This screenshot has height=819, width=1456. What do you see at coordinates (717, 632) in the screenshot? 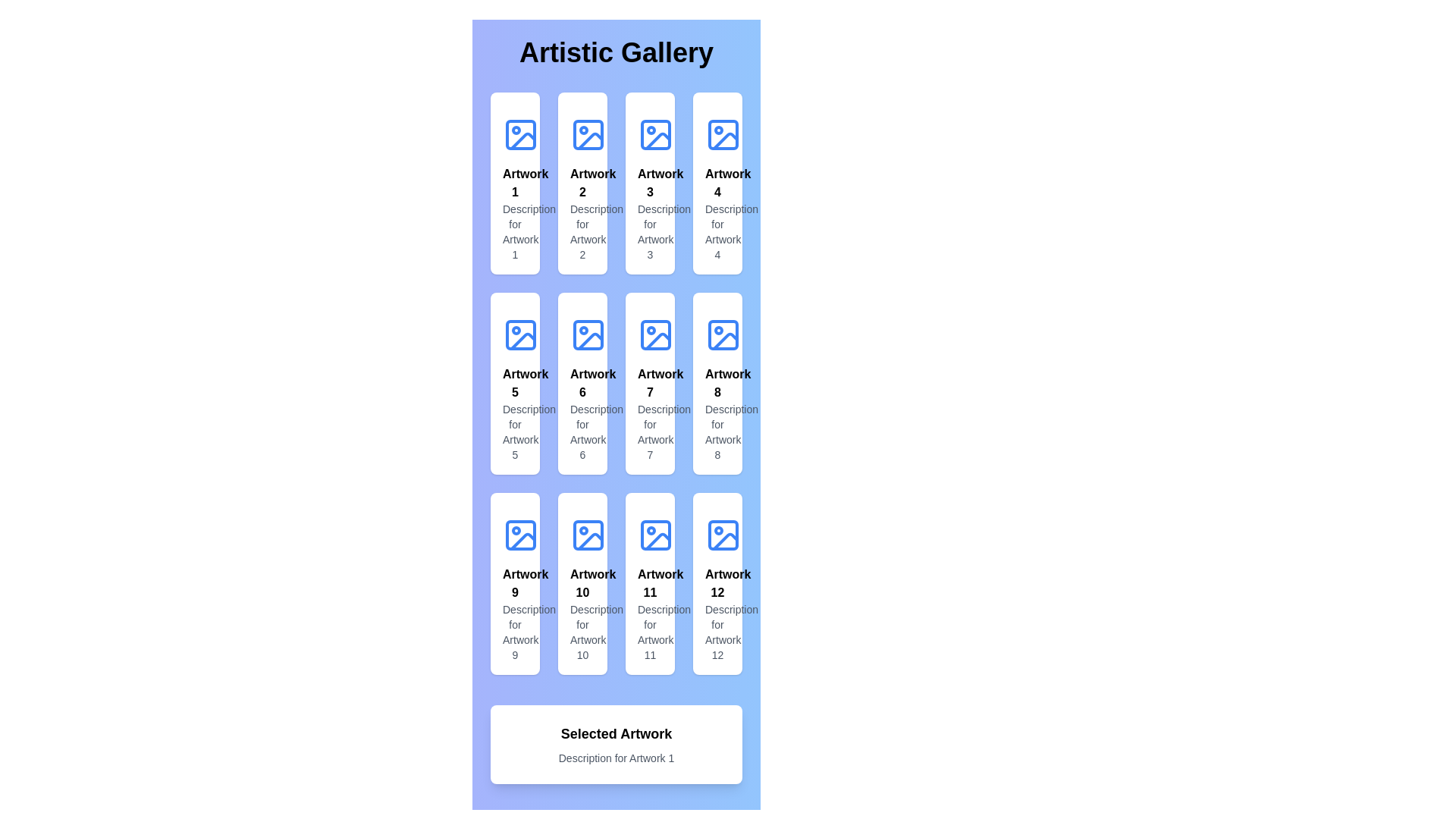
I see `the descriptive label for the 'Artwork 12' card, which is positioned below the bold text 'Artwork 12' in the second column of the last row of the grid layout` at bounding box center [717, 632].